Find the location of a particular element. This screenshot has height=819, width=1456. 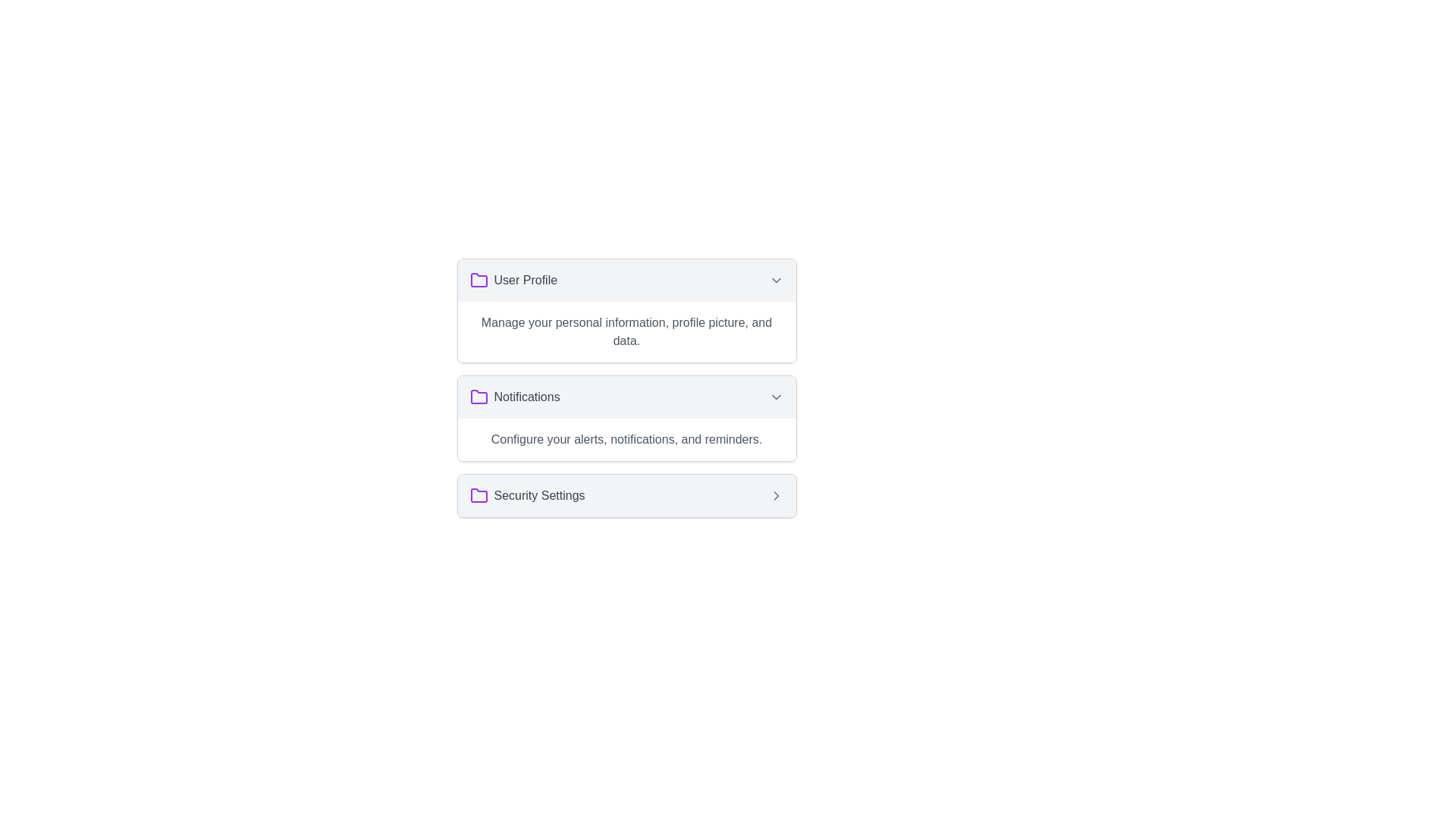

the Label or Text Description that informs users about the 'Notifications' section, located directly underneath the title 'Notifications' within the dropdown panel is located at coordinates (626, 439).